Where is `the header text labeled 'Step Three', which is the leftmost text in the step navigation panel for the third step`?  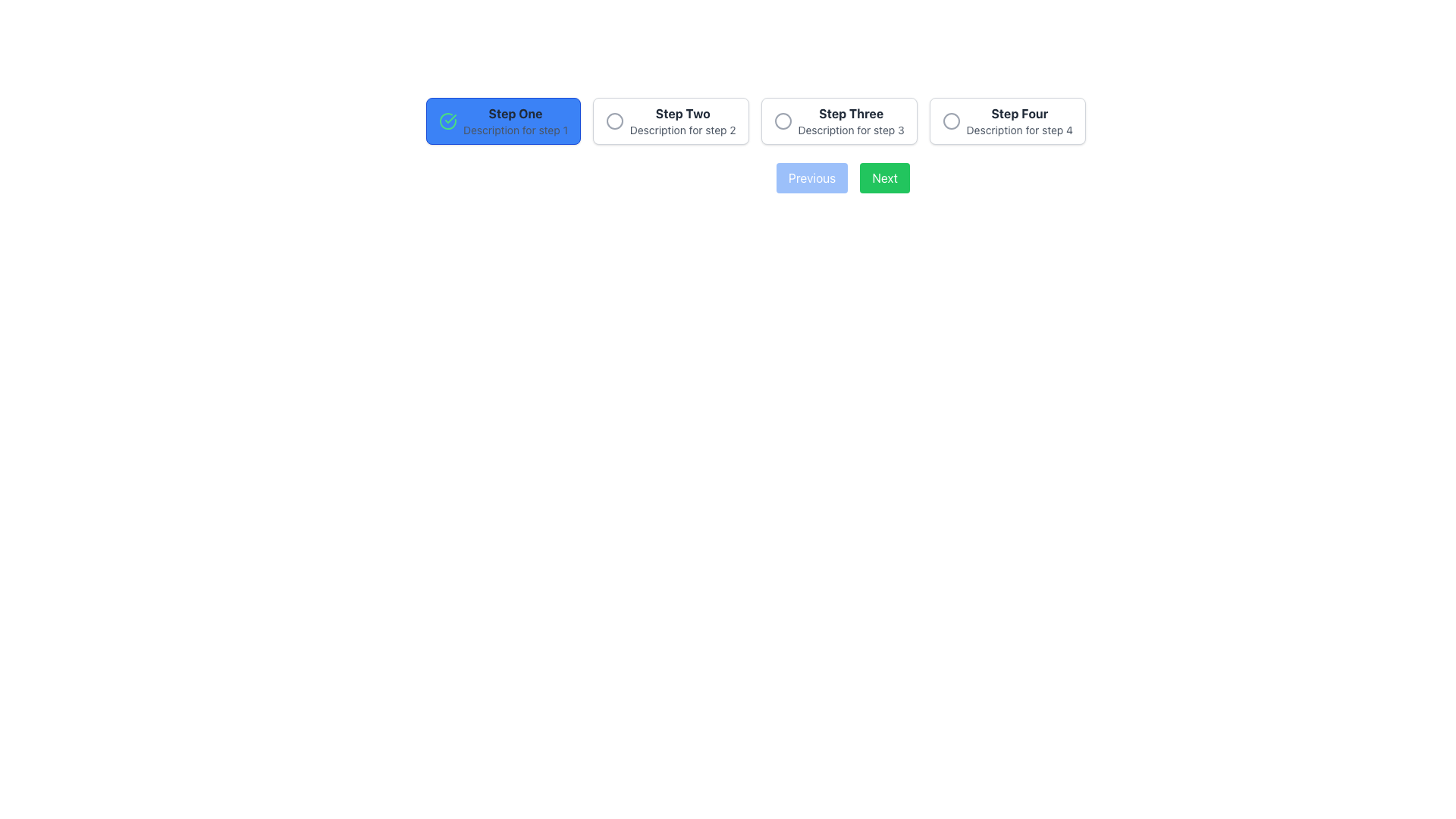 the header text labeled 'Step Three', which is the leftmost text in the step navigation panel for the third step is located at coordinates (851, 113).